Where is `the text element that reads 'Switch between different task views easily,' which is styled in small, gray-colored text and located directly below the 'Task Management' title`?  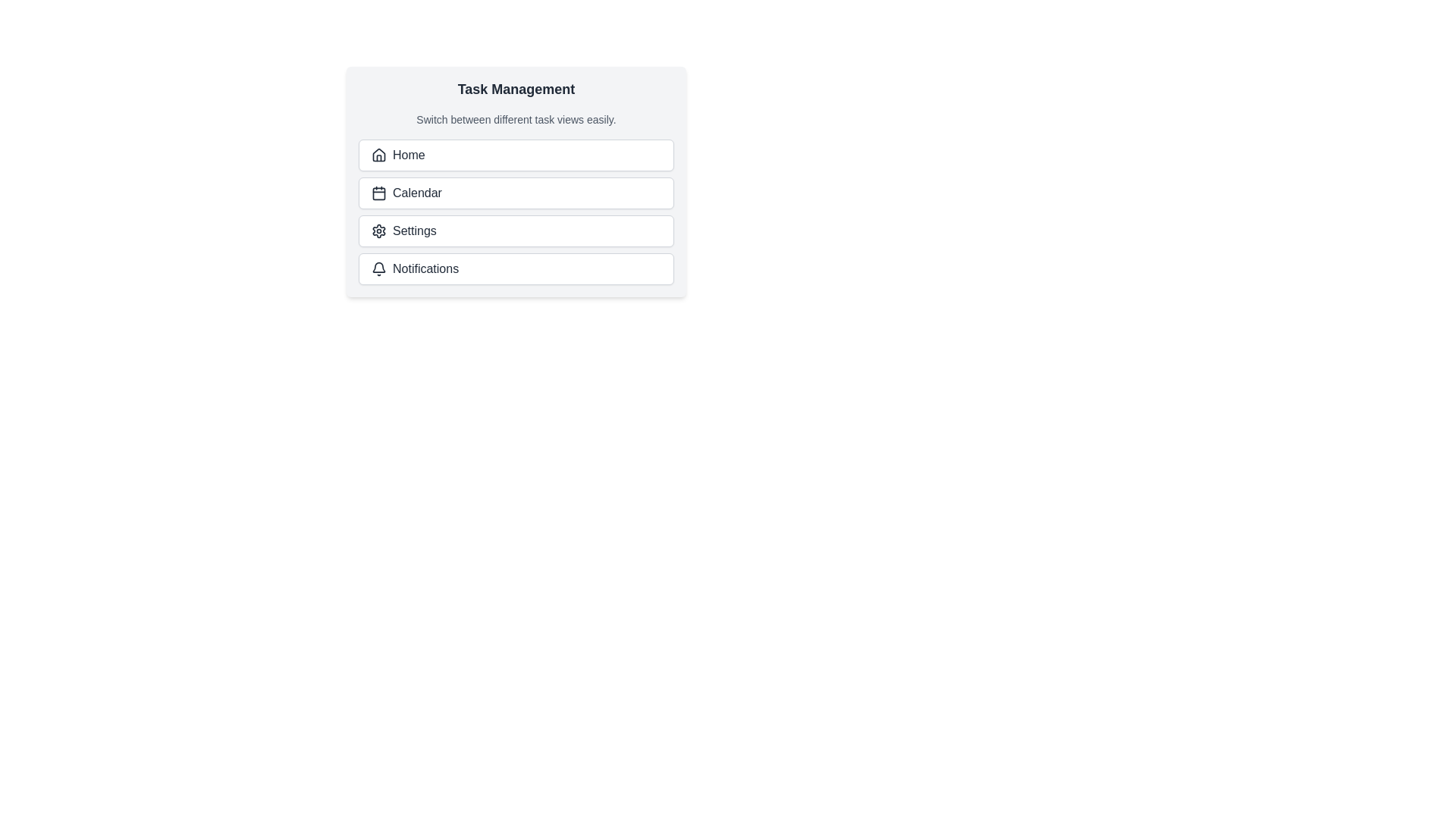
the text element that reads 'Switch between different task views easily,' which is styled in small, gray-colored text and located directly below the 'Task Management' title is located at coordinates (516, 119).